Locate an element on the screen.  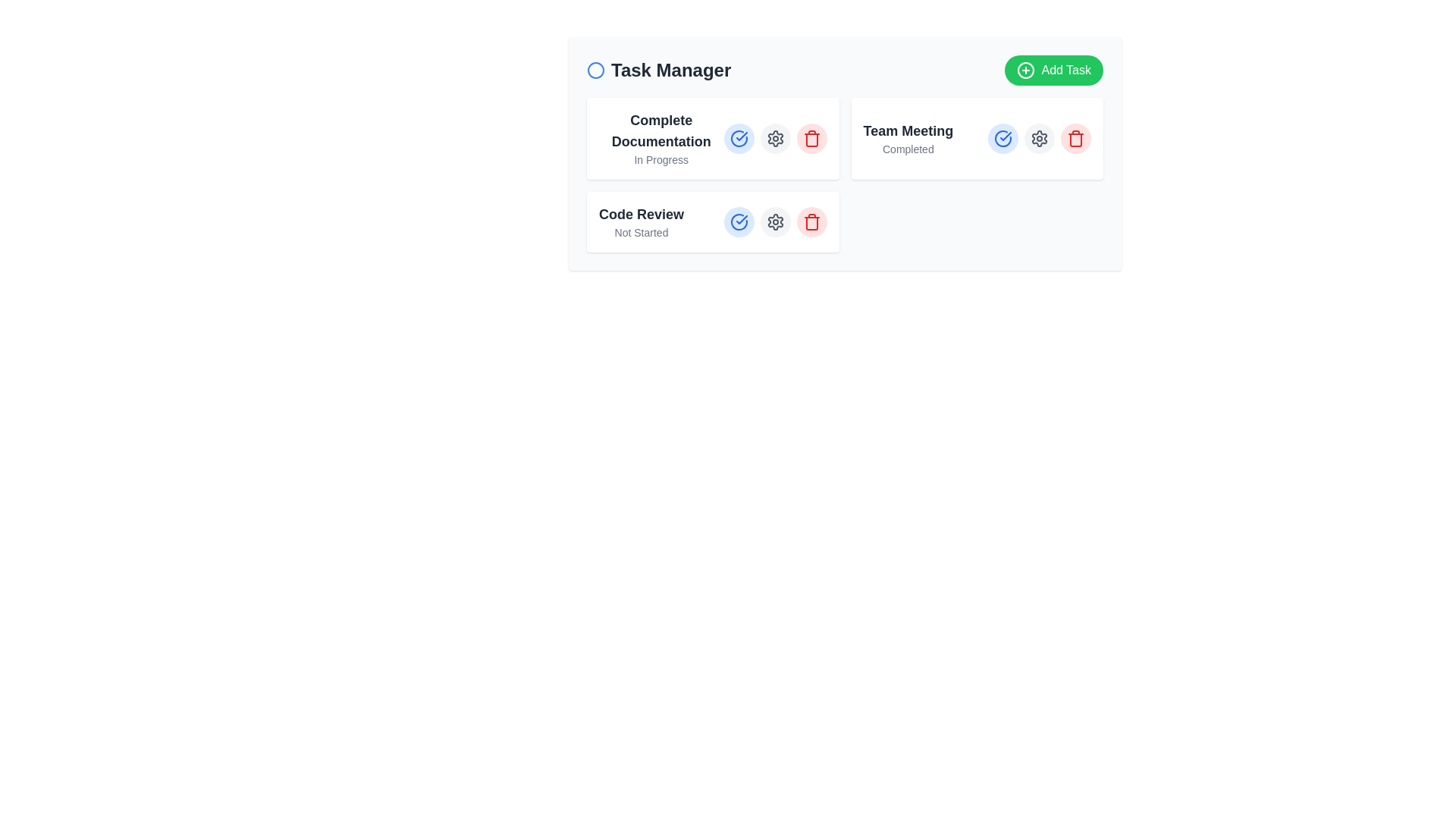
the settings icon located under the task section titled 'Complete Documentation' is located at coordinates (775, 222).